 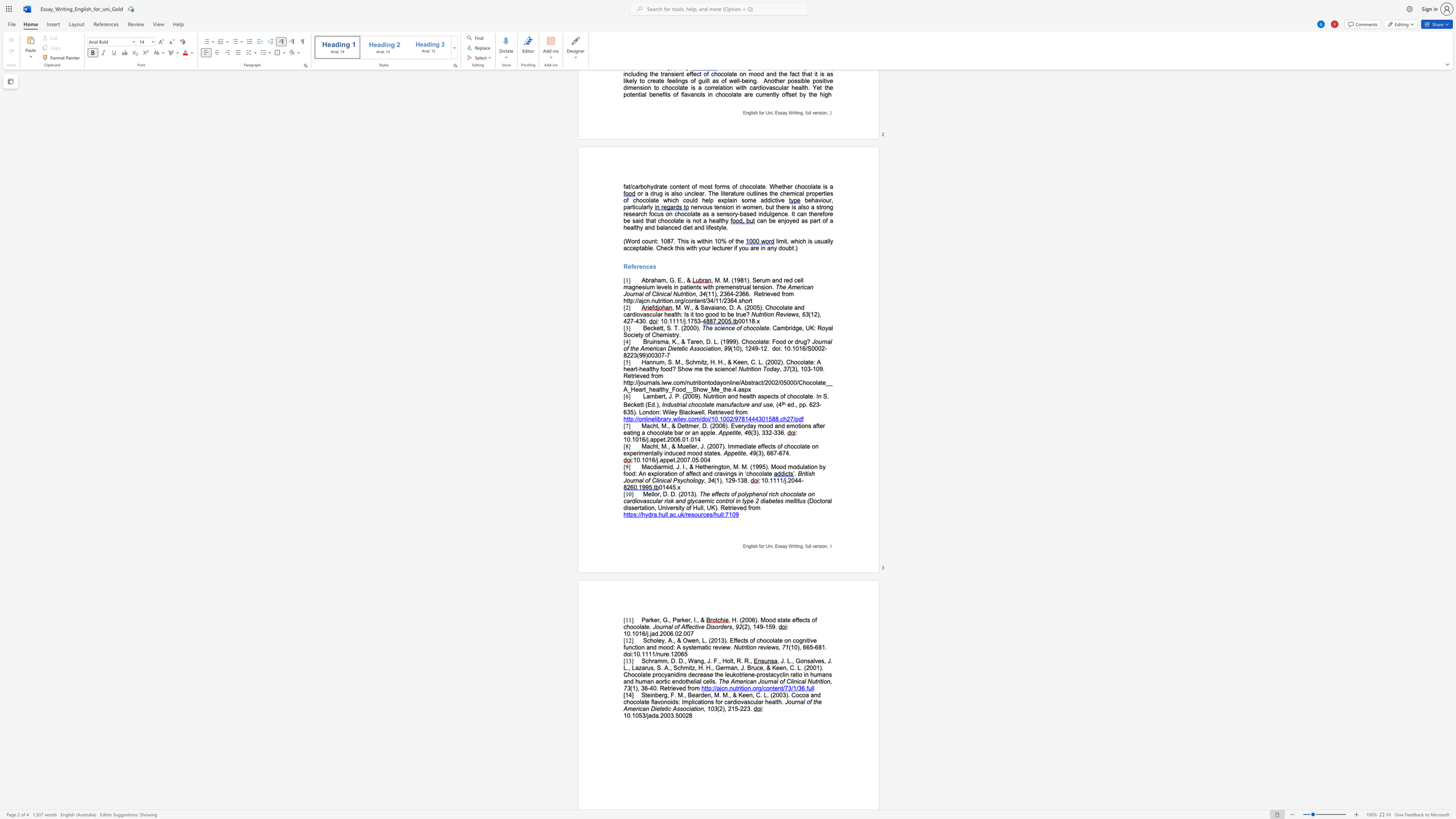 I want to click on the subset text "te effects of choco" within the text ", H. (2006). Mood state effects of chocolate.", so click(x=785, y=619).